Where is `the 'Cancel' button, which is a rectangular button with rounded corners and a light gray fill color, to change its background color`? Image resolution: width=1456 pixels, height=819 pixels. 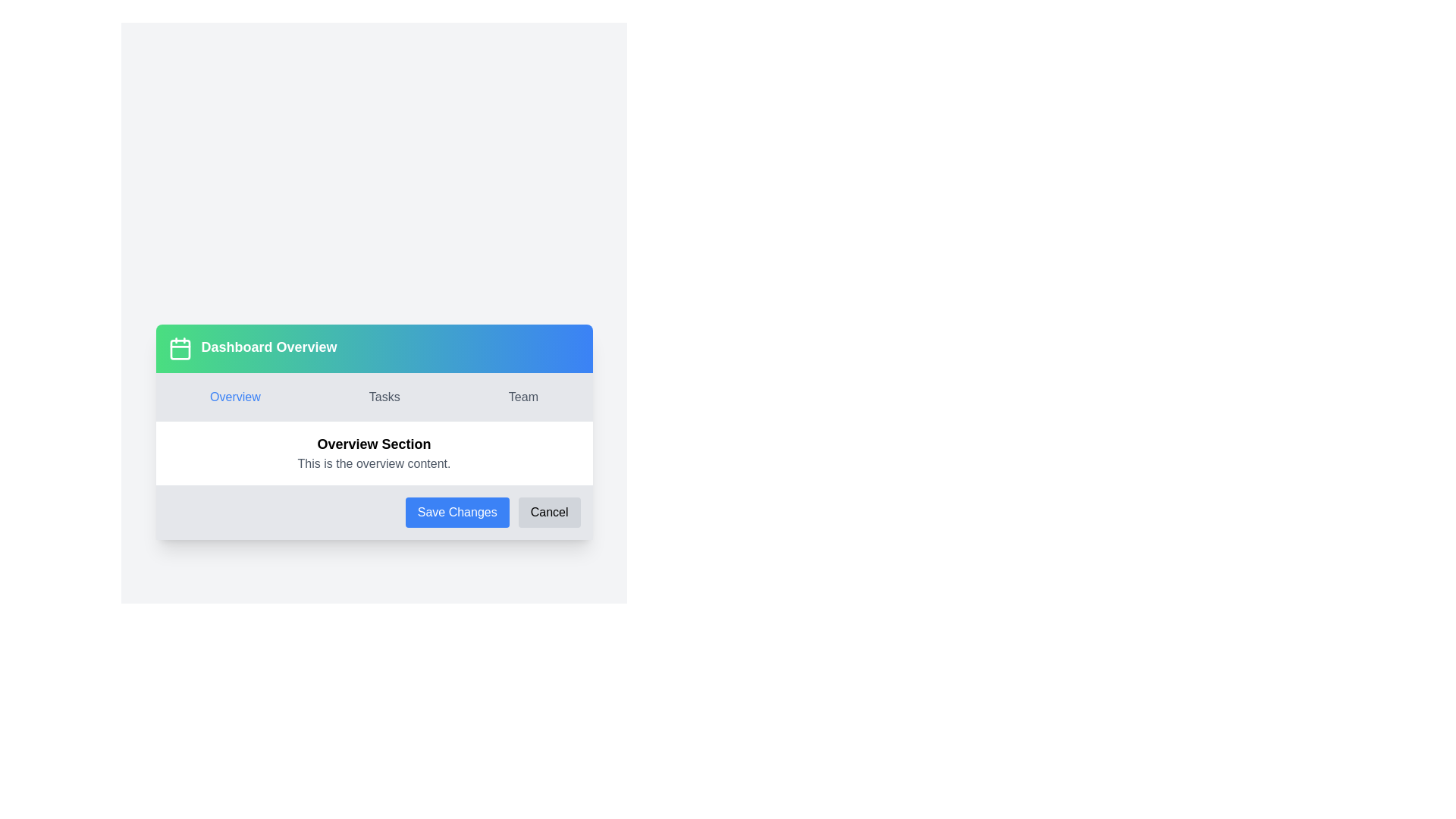 the 'Cancel' button, which is a rectangular button with rounded corners and a light gray fill color, to change its background color is located at coordinates (548, 512).